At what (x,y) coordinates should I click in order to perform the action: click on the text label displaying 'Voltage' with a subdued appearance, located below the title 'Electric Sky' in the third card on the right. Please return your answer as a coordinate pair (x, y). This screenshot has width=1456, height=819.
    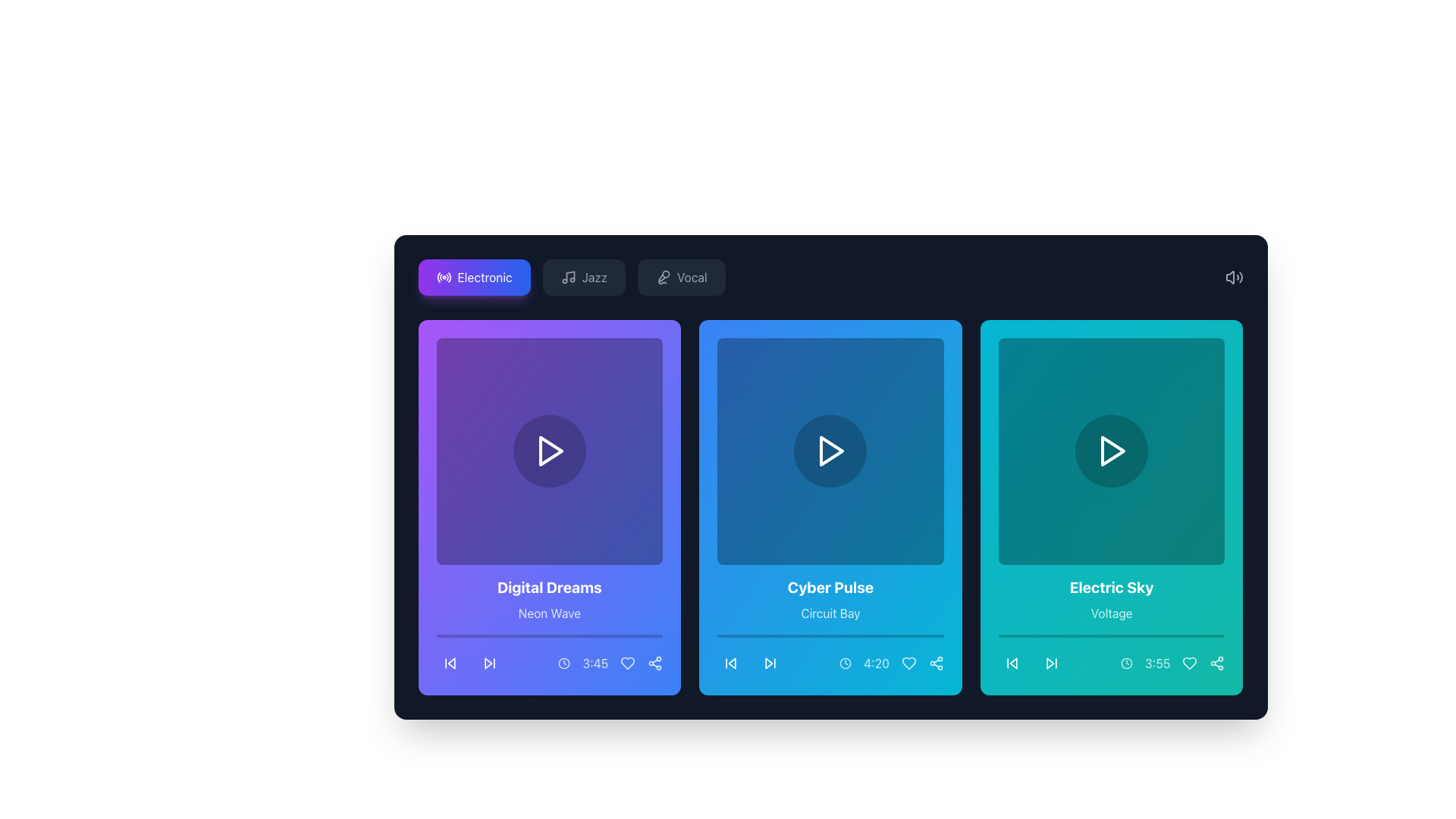
    Looking at the image, I should click on (1112, 612).